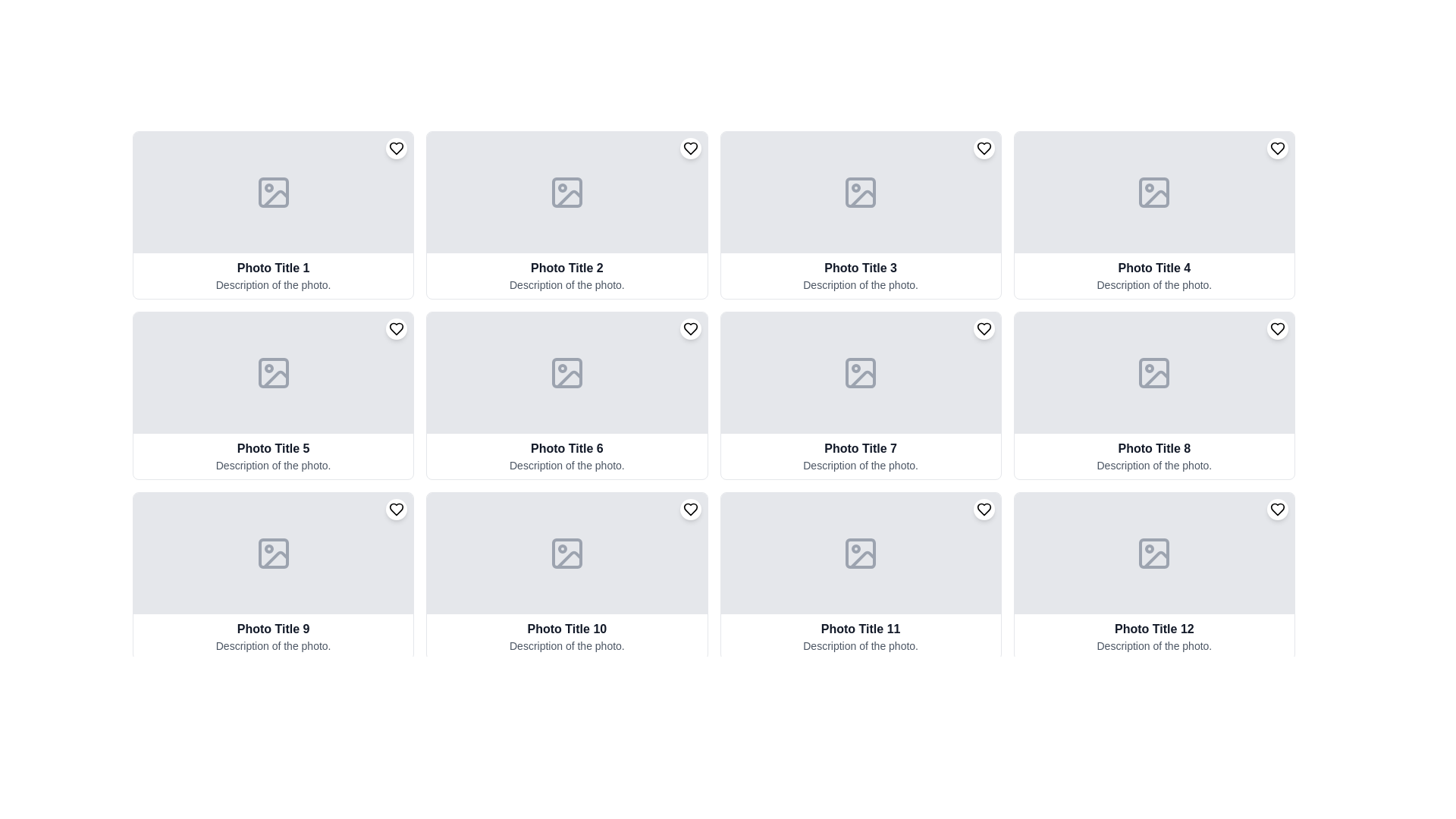 Image resolution: width=1456 pixels, height=819 pixels. I want to click on the small circular favorite button with a black heart icon located at the top-right corner of the card labeled 'Photo Title 3' to like the item, so click(984, 149).